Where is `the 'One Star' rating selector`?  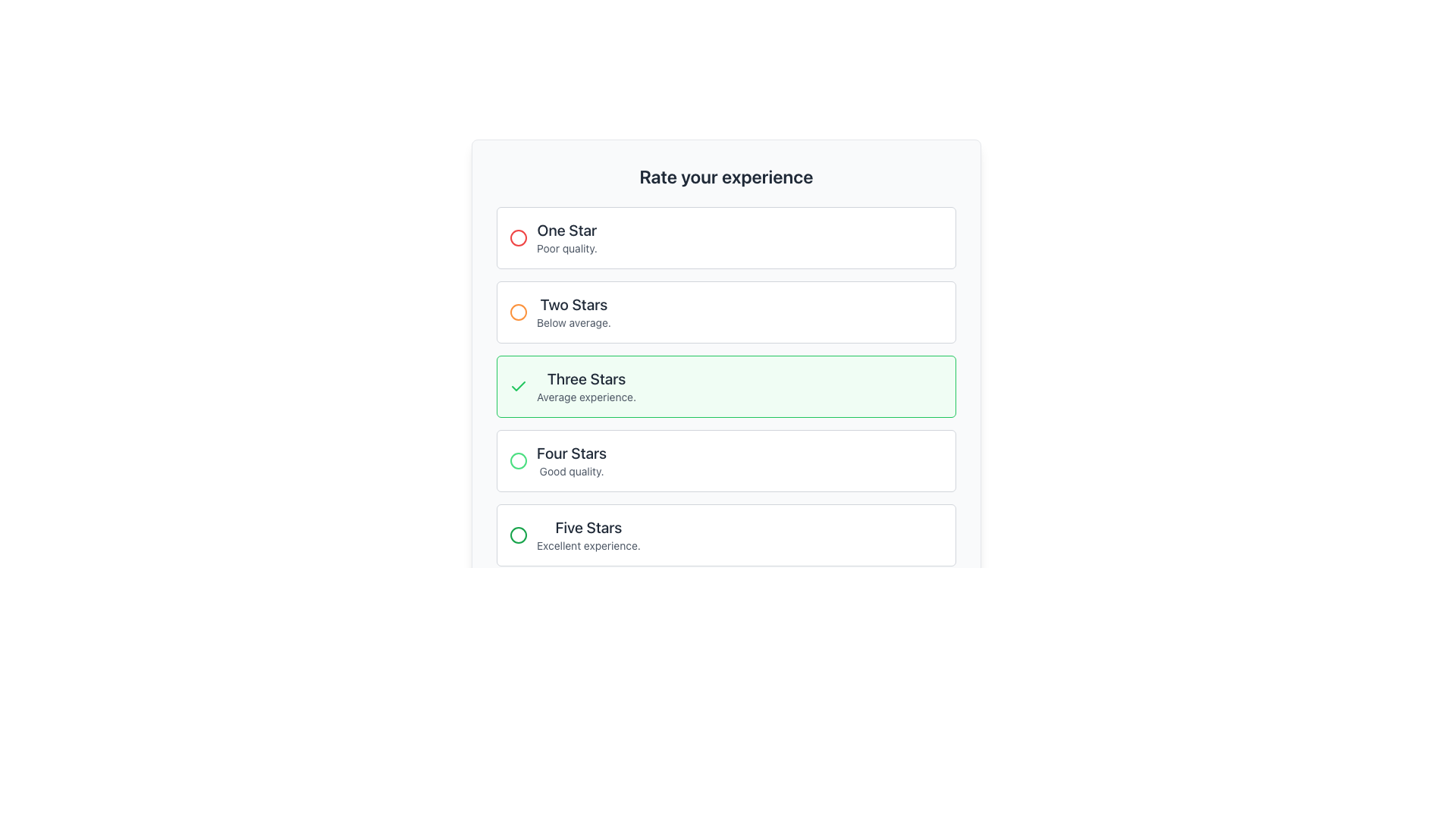
the 'One Star' rating selector is located at coordinates (726, 237).